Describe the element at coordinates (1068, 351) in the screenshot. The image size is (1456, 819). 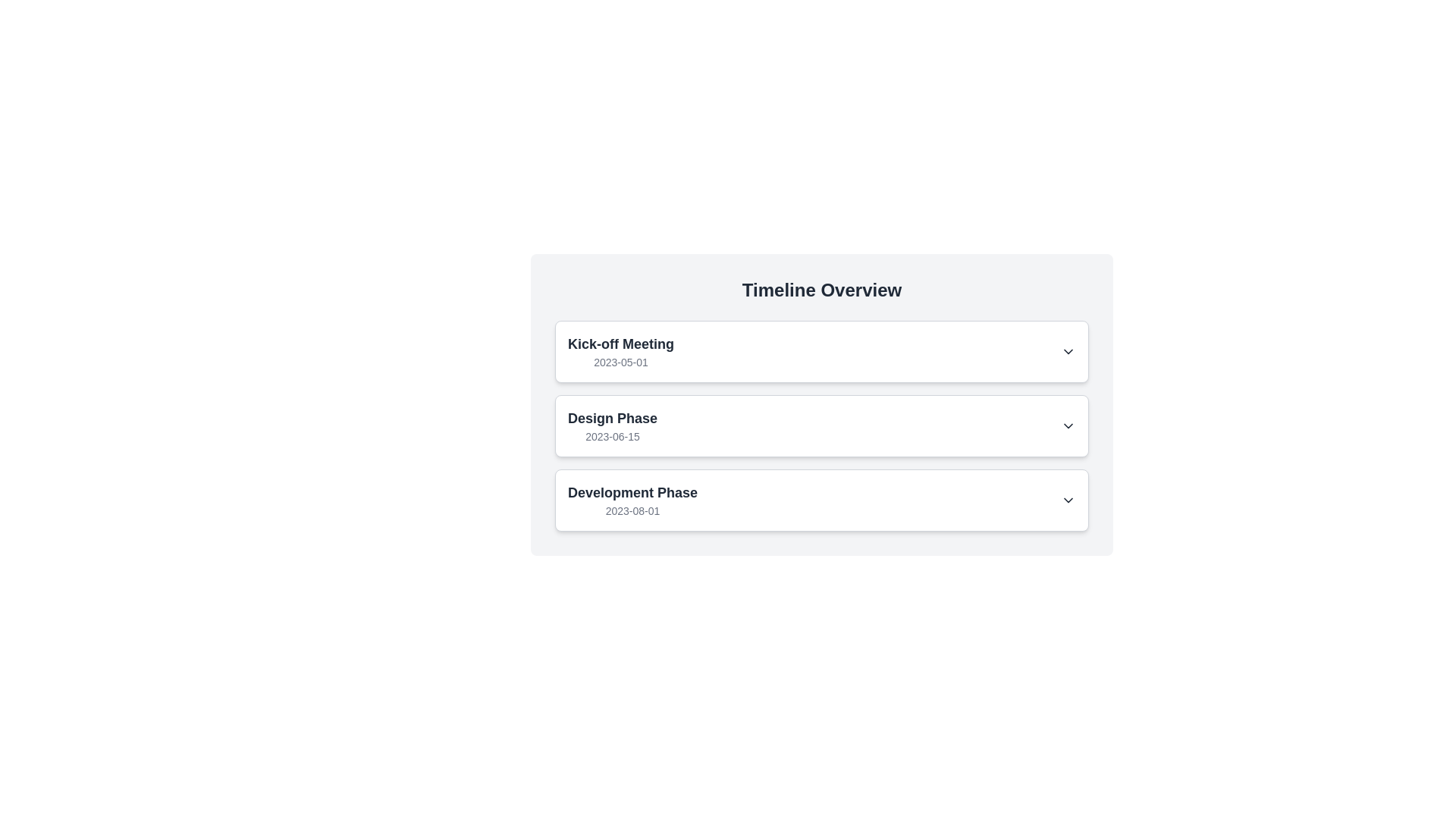
I see `the chevron icon positioned at the rightmost side of the 'Kick-off Meeting' entry` at that location.